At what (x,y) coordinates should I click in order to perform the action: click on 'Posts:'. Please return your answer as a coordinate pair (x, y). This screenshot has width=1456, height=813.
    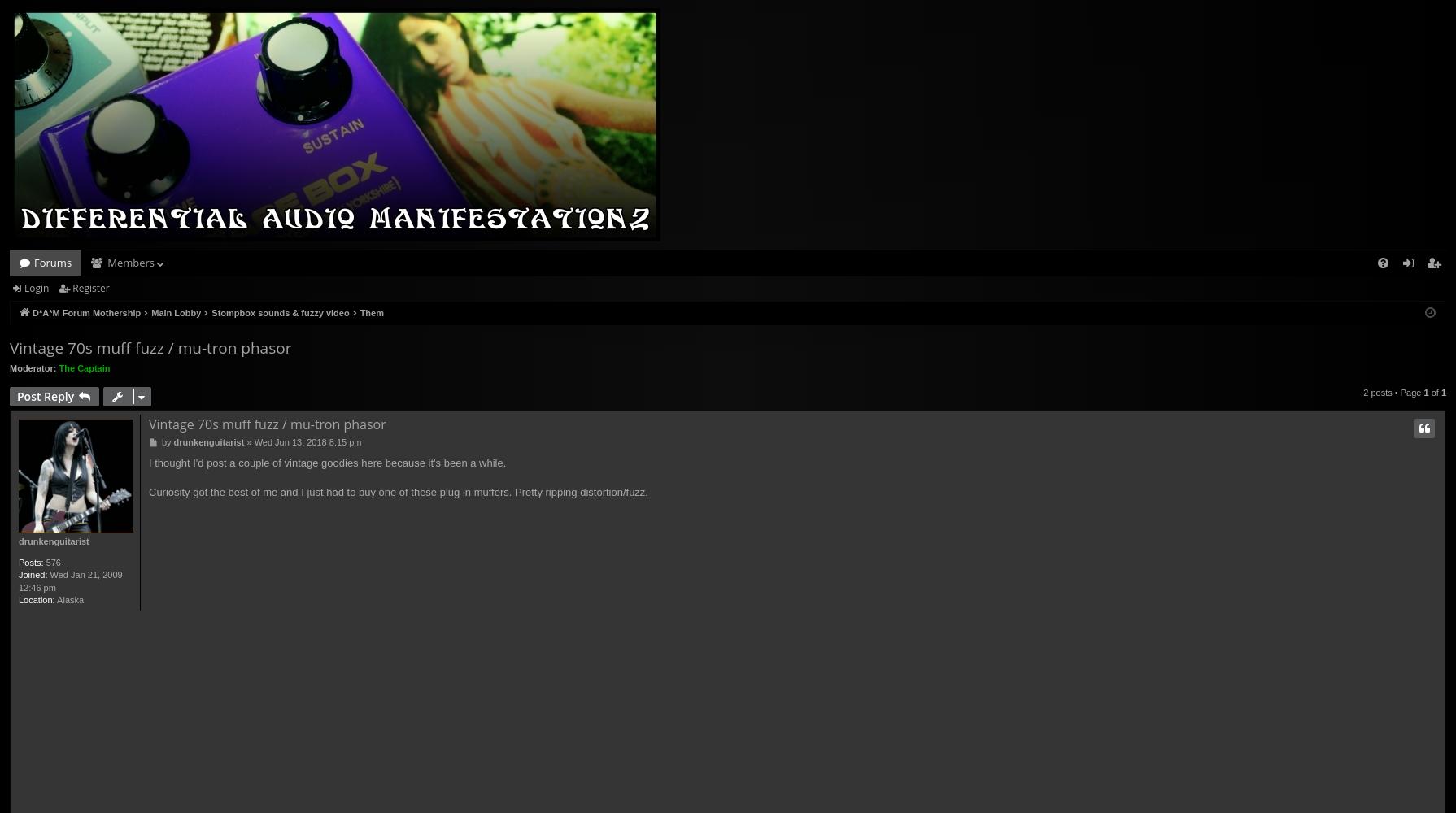
    Looking at the image, I should click on (30, 561).